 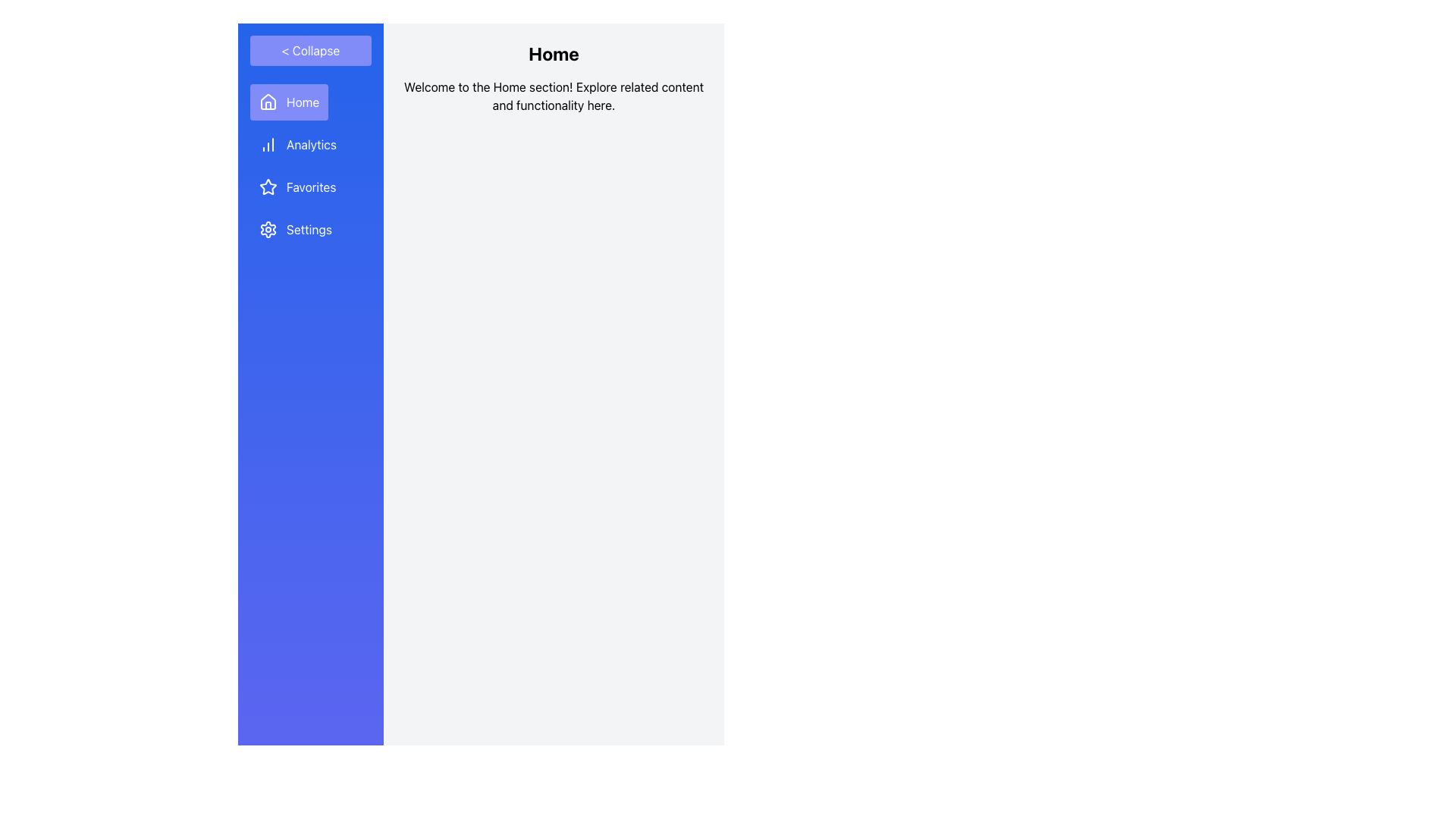 What do you see at coordinates (297, 186) in the screenshot?
I see `the 'Favorites' button in the vertical navigation menu, which features a star icon and is styled with a blue background and rounded edges` at bounding box center [297, 186].